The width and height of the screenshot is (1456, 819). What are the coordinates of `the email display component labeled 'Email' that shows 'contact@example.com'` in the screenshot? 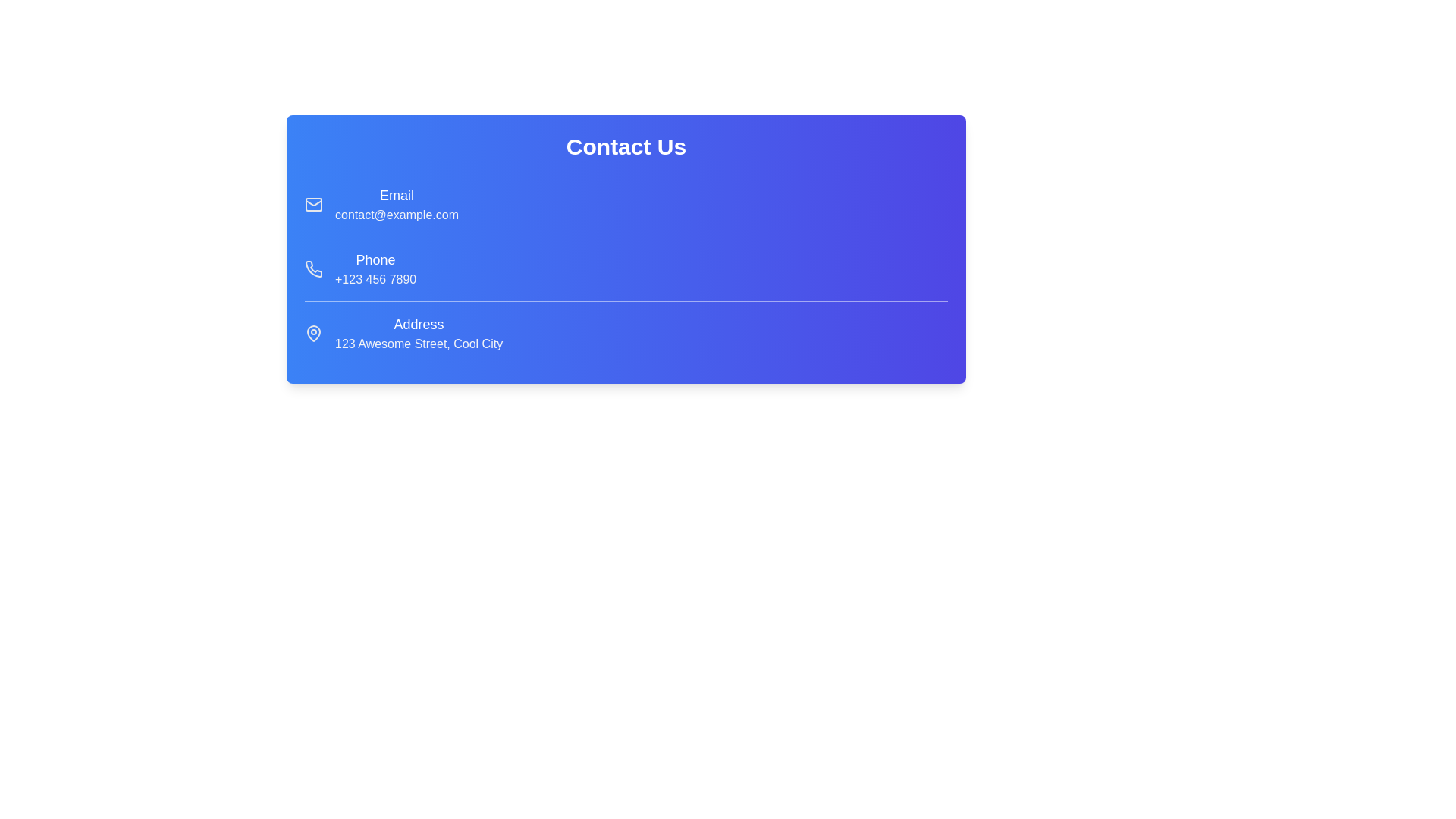 It's located at (397, 205).